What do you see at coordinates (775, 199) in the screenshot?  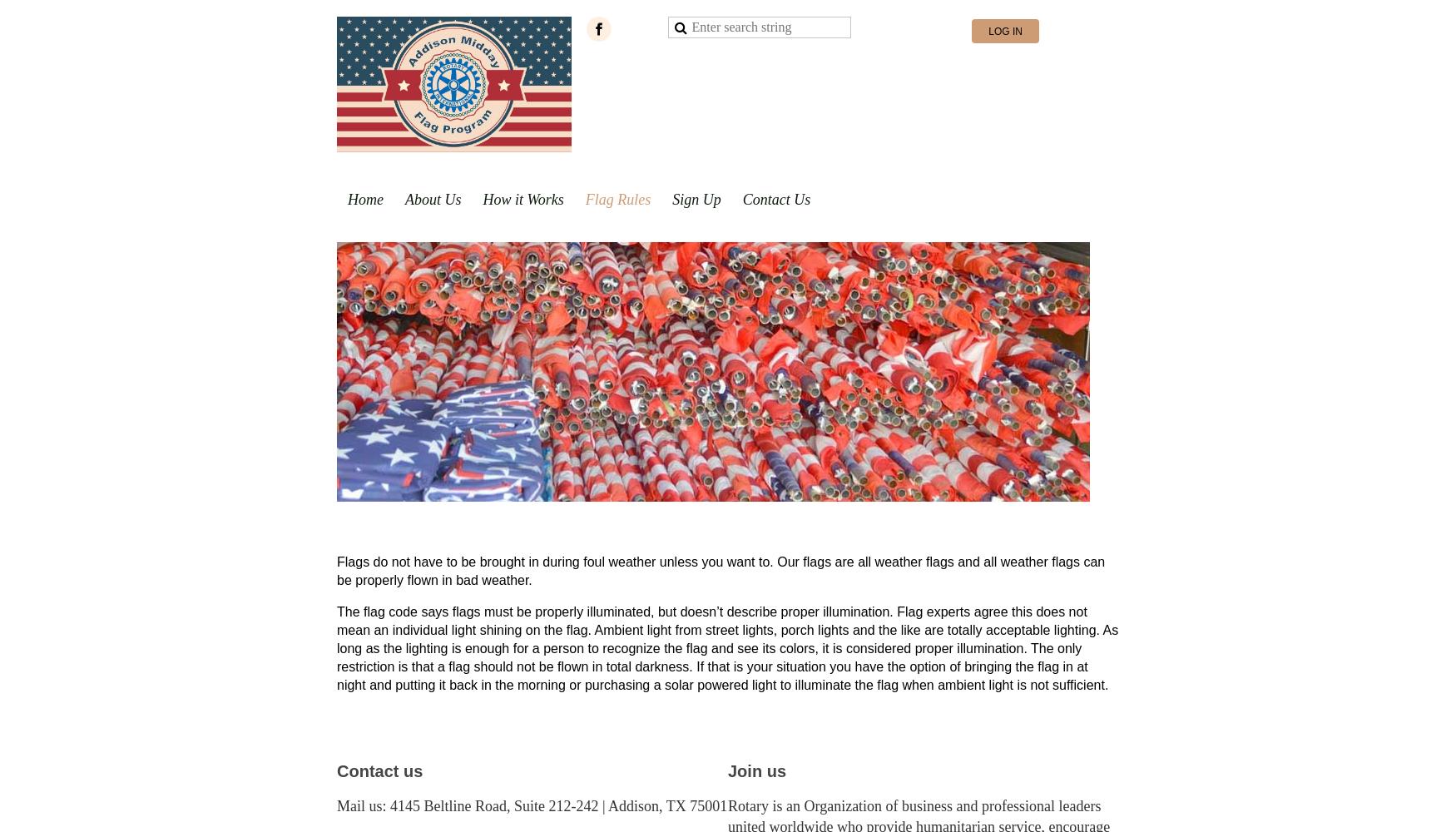 I see `'Contact Us'` at bounding box center [775, 199].